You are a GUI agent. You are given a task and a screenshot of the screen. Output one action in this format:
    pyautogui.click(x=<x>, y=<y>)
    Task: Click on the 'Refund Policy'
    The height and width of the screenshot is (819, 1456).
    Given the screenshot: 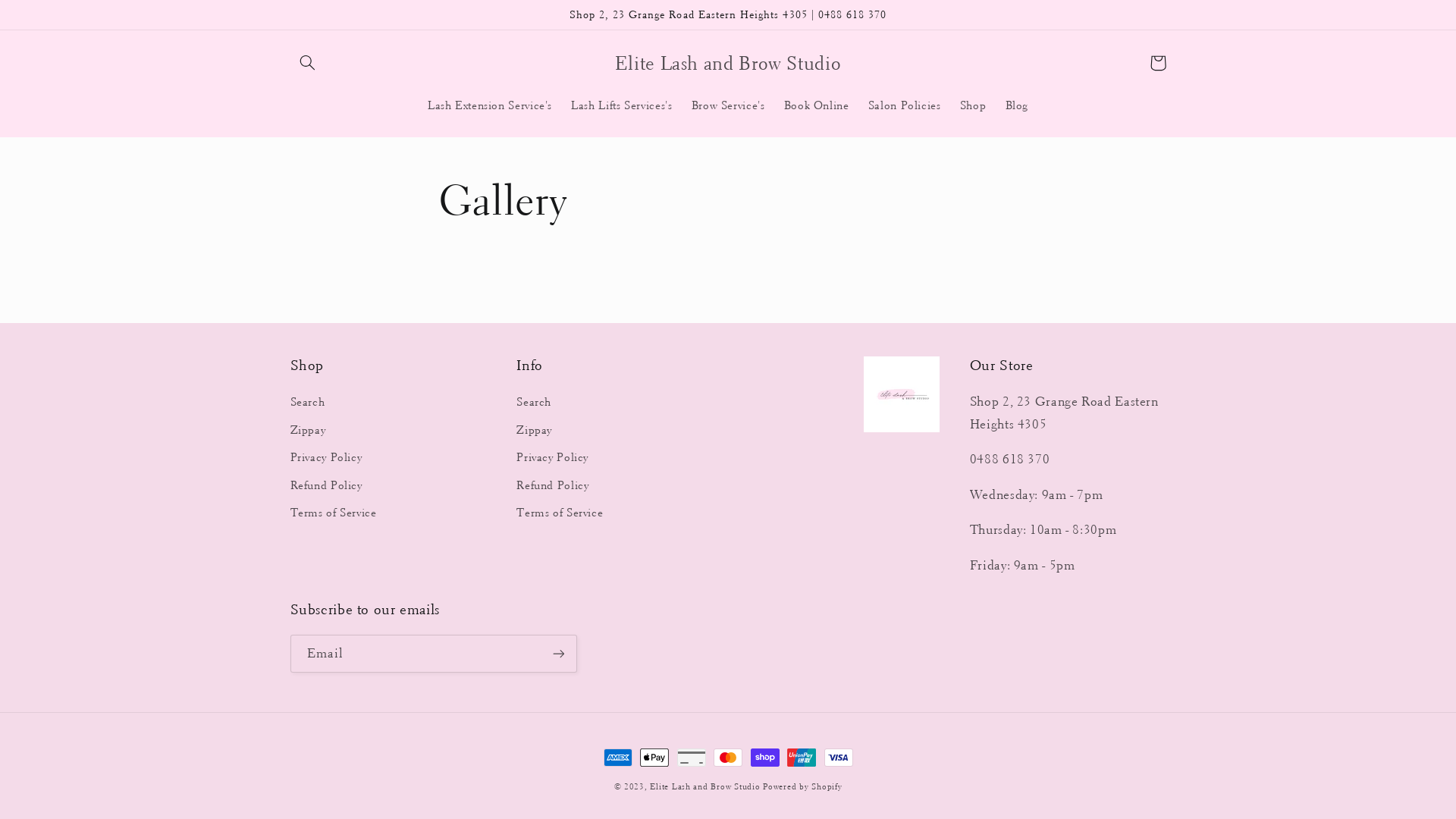 What is the action you would take?
    pyautogui.click(x=551, y=485)
    